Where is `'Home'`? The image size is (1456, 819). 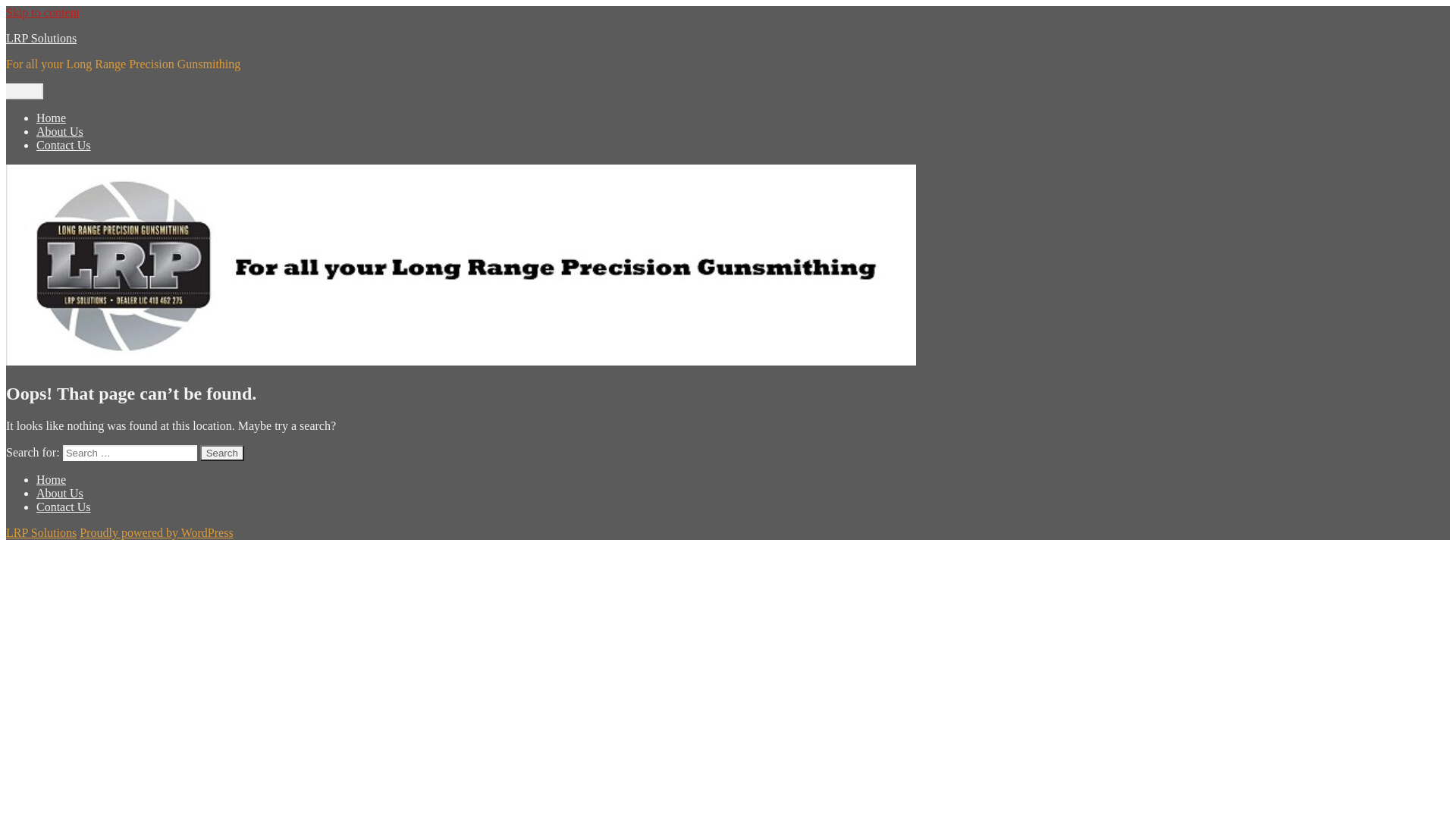 'Home' is located at coordinates (36, 479).